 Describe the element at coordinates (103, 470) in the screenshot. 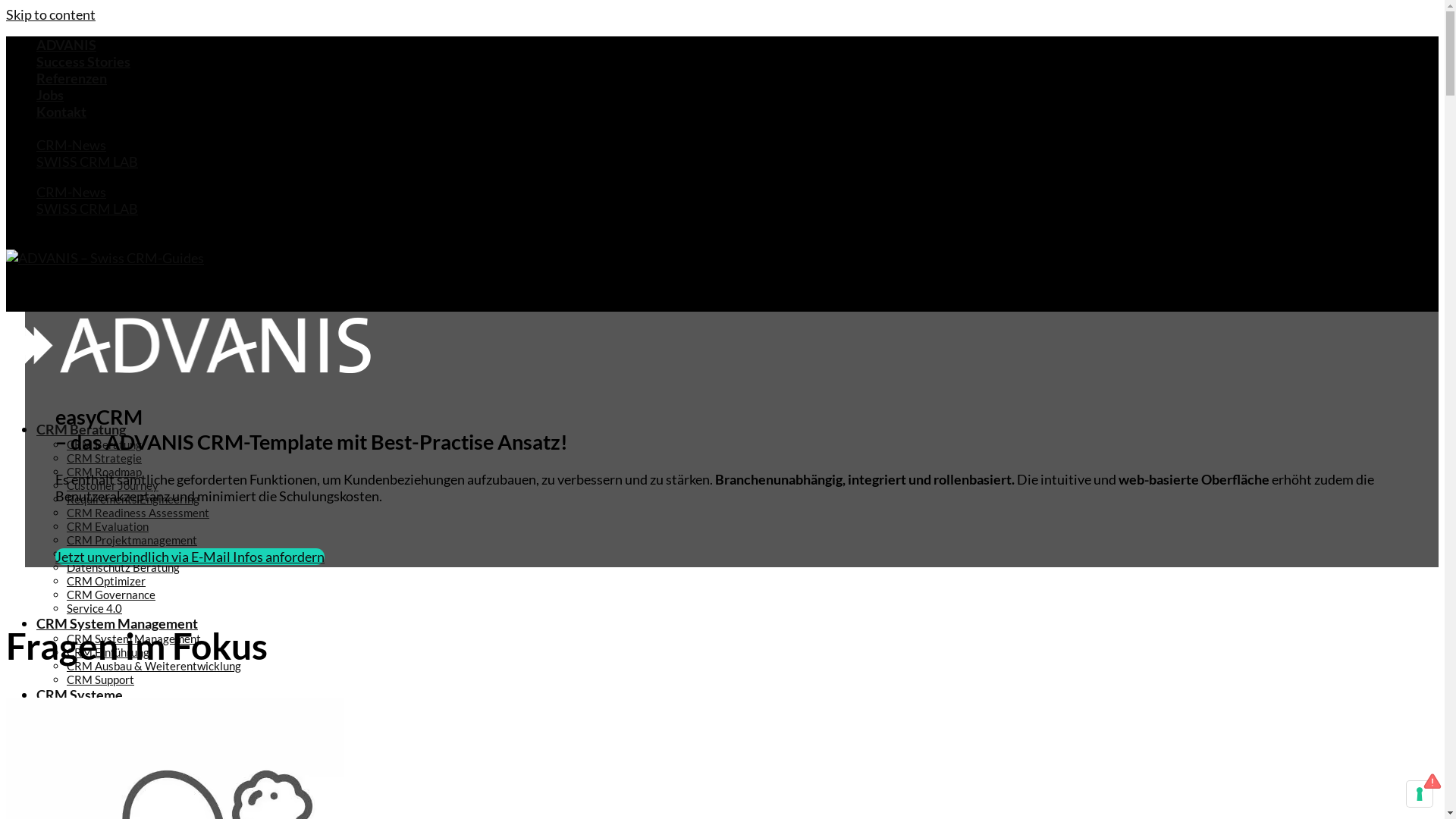

I see `'CRM Roadmap'` at that location.